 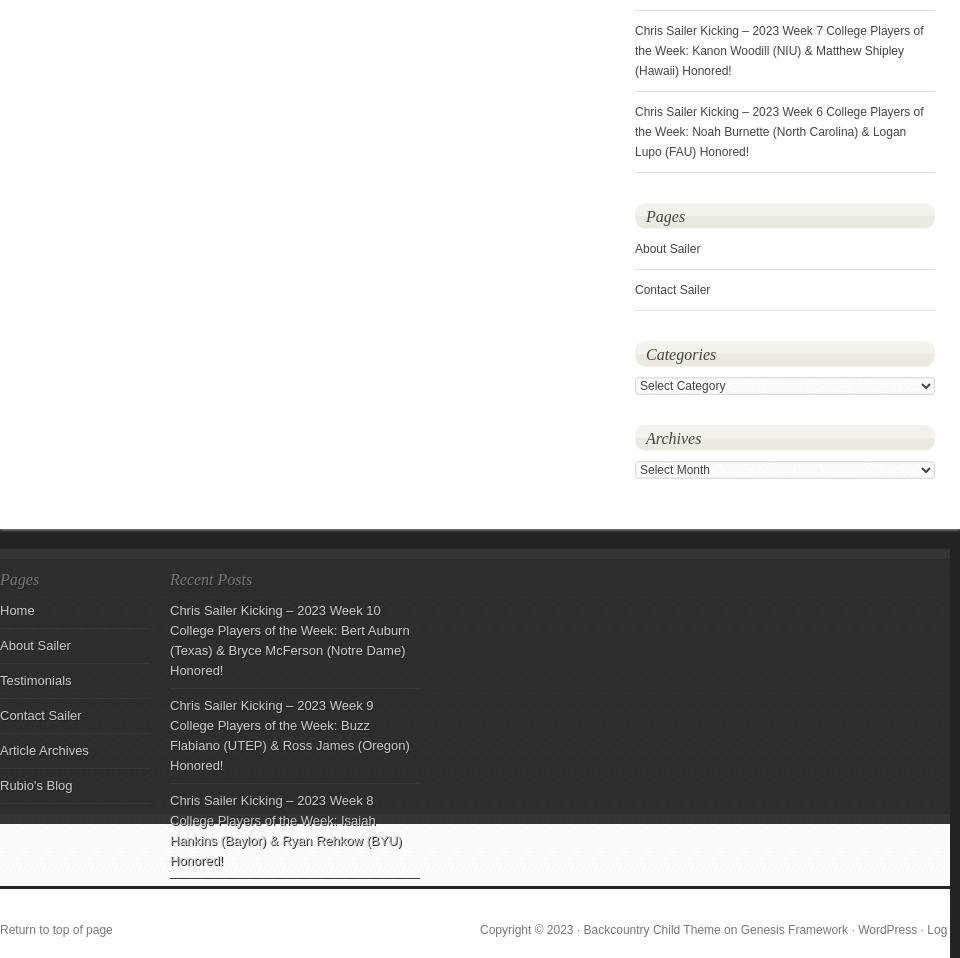 I want to click on 'Chris Sailer Kicking – 2023 Week 8 College Players of the Week: Isaiah Hankins (Baylor) & Ryan Rehkow (BYU) Honored!', so click(x=284, y=829).